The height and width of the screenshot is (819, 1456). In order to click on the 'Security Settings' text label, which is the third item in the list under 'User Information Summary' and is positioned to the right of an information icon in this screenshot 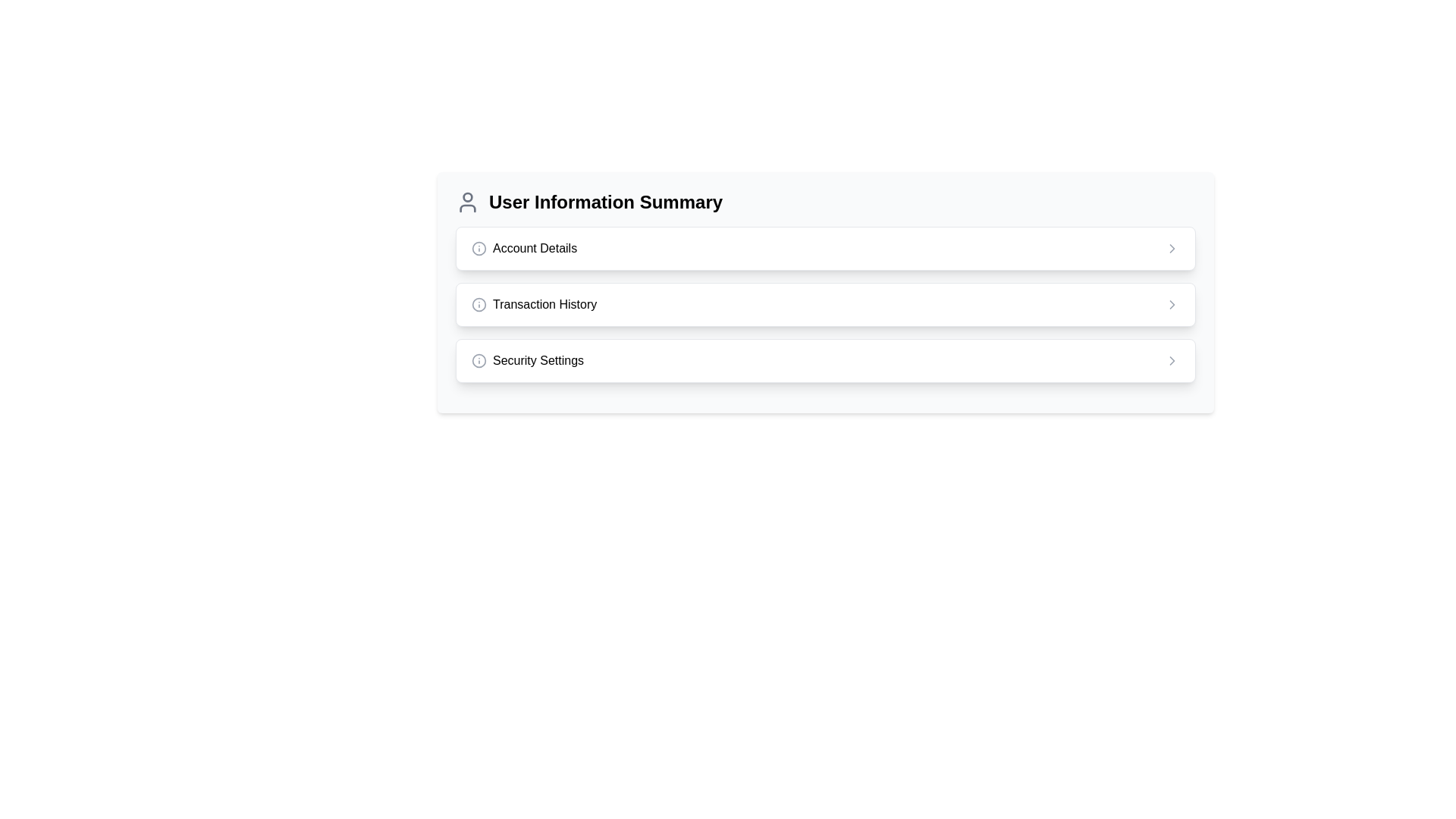, I will do `click(538, 360)`.